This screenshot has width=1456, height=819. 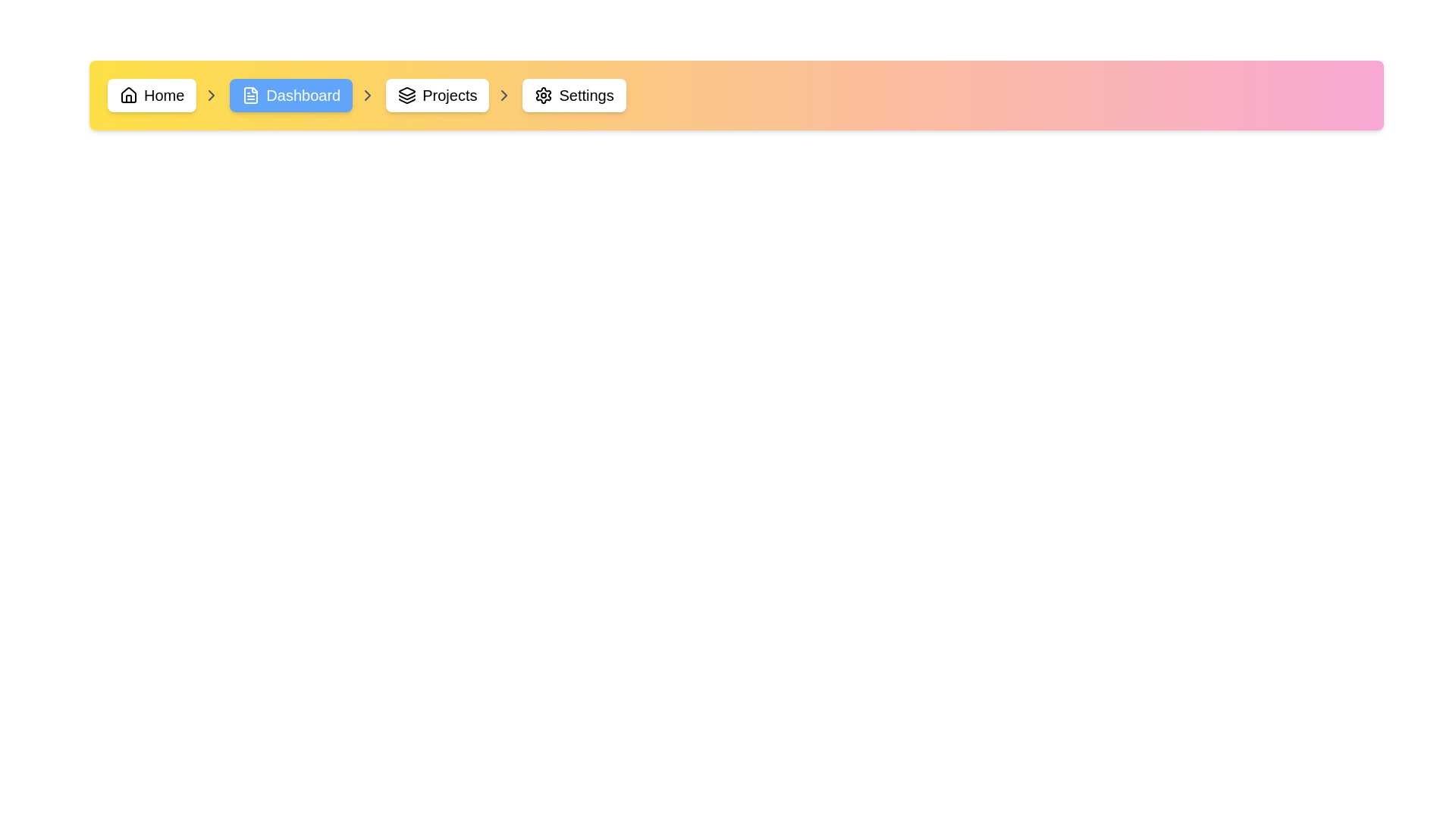 I want to click on the right-pointing chevron icon styled in gray, located in the navigation bar directly after the 'Dashboard' button, so click(x=368, y=96).